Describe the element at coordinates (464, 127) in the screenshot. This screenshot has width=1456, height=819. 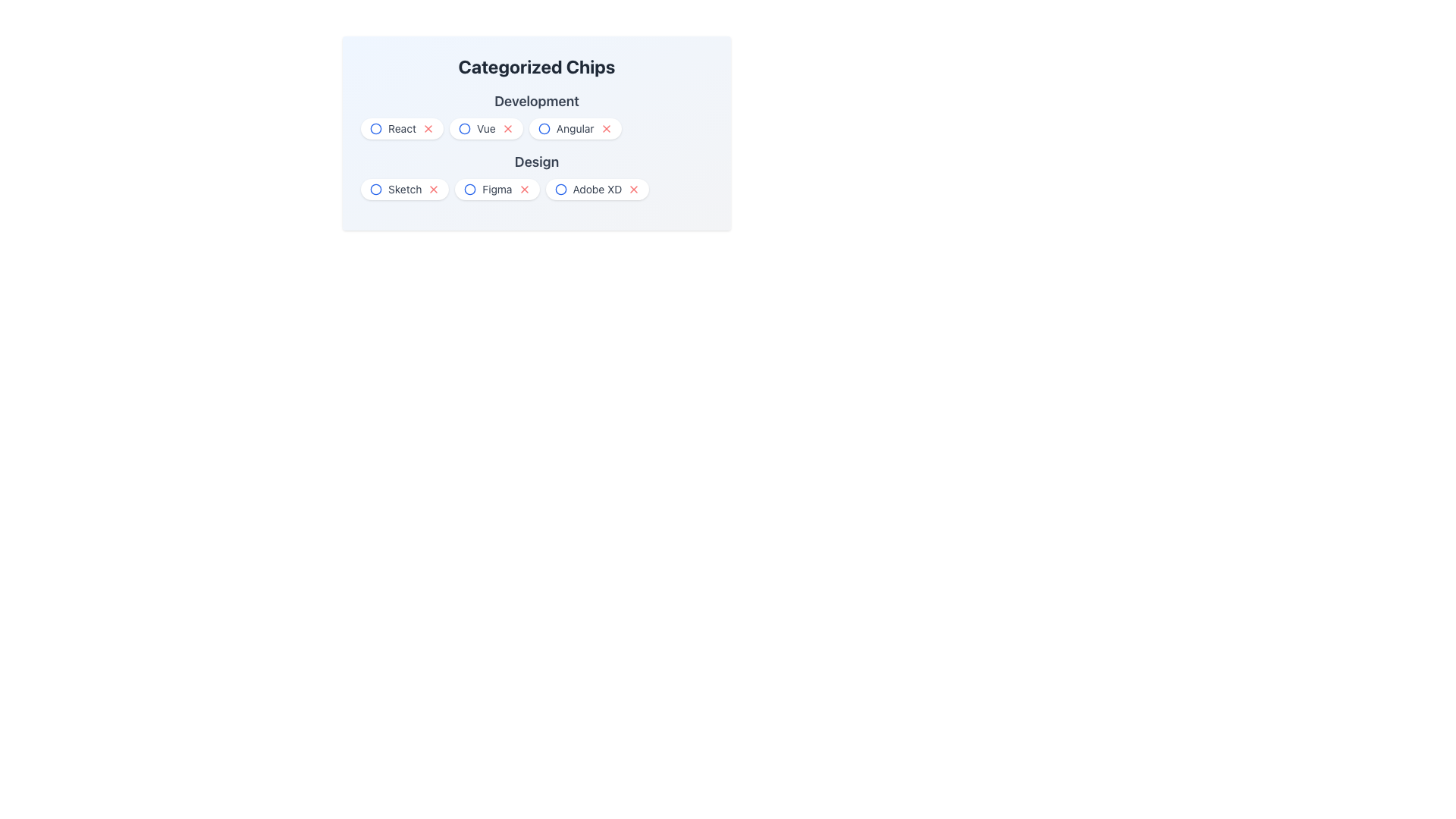
I see `the small circle with a thin stroke located inside the chip labeled 'Vue', which is the second chip in the 'Development' group` at that location.